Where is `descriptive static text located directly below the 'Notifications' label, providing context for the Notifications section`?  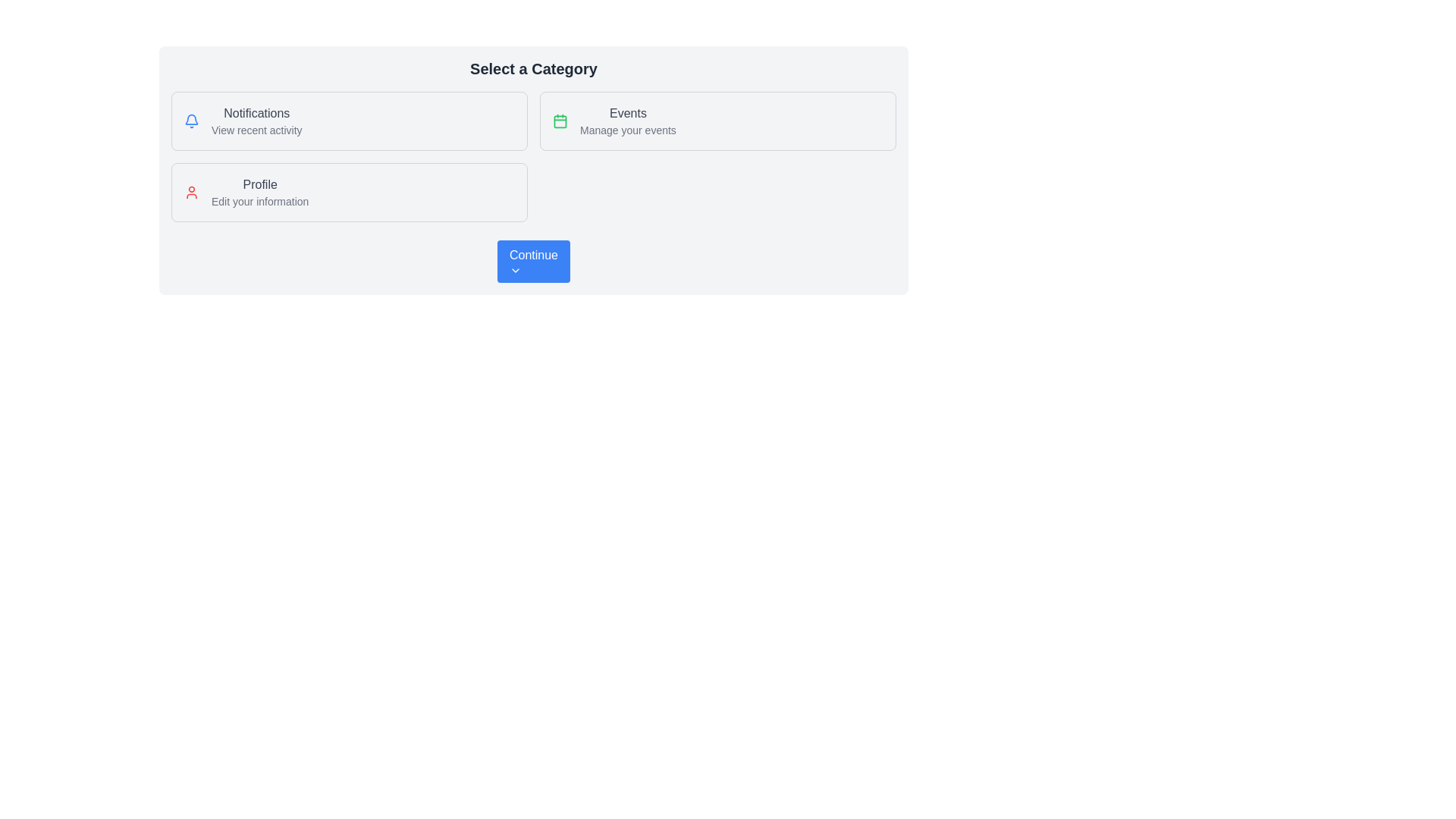
descriptive static text located directly below the 'Notifications' label, providing context for the Notifications section is located at coordinates (256, 130).